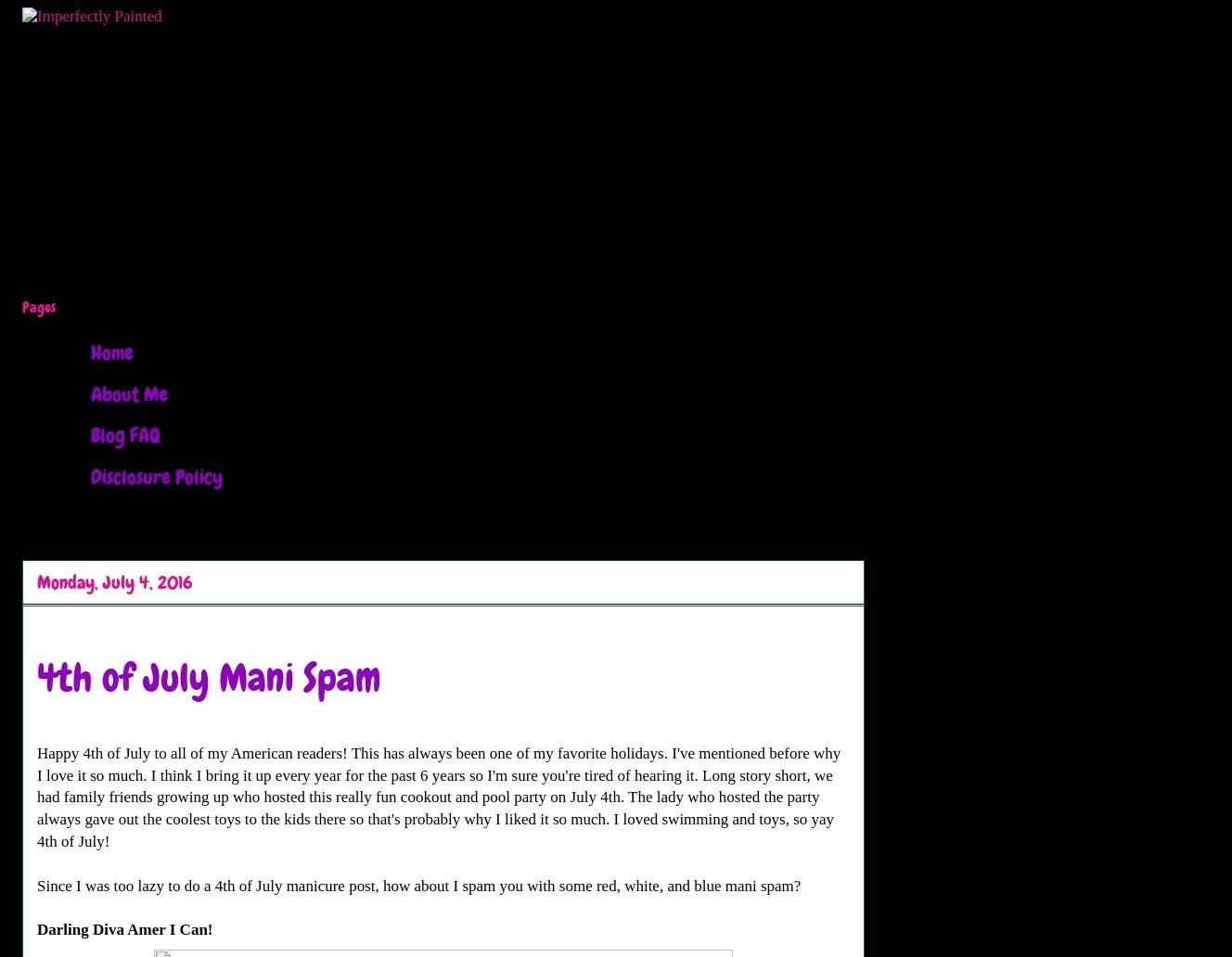 This screenshot has width=1232, height=957. Describe the element at coordinates (128, 392) in the screenshot. I see `'About Me'` at that location.